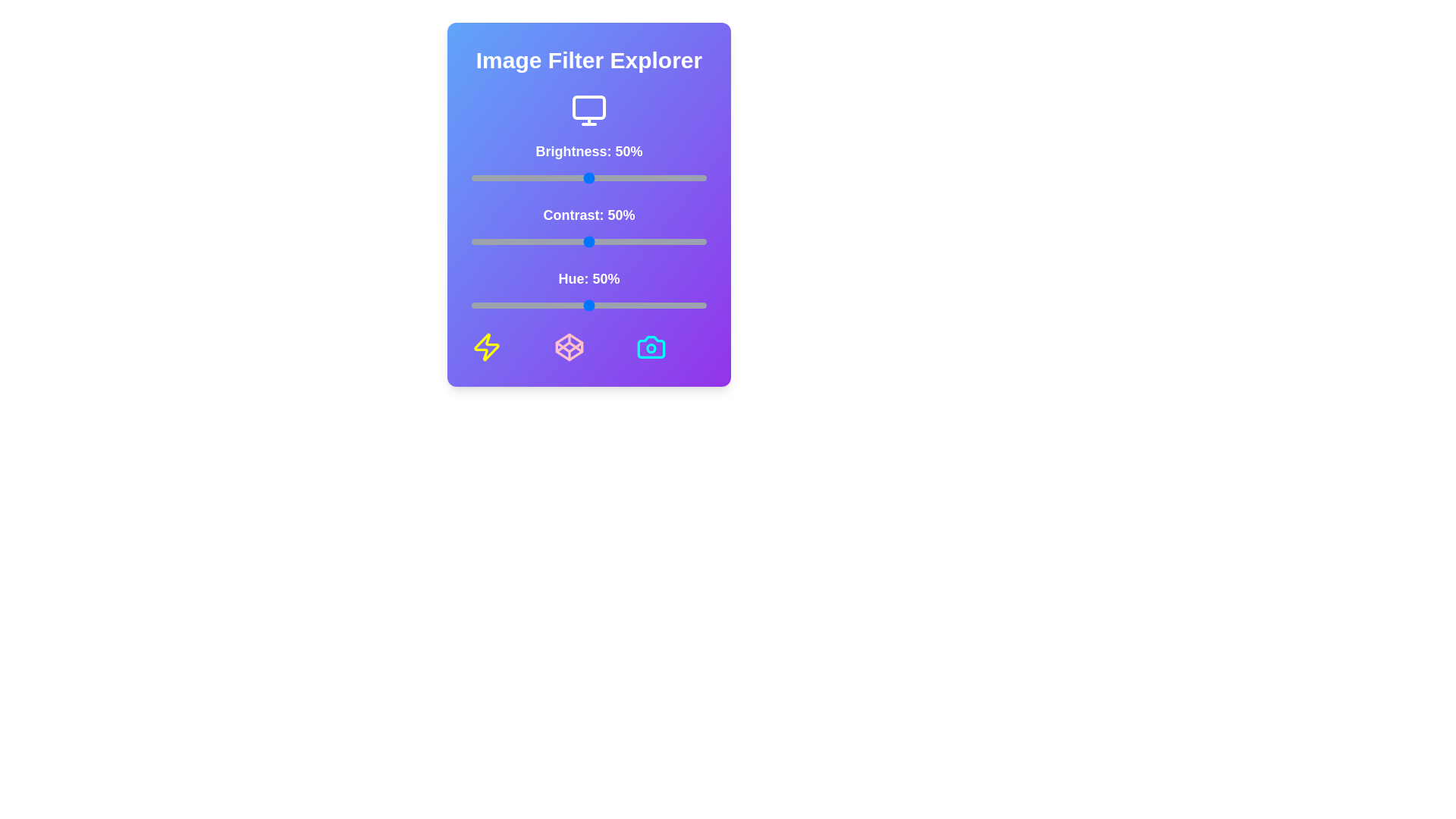 This screenshot has width=1456, height=819. Describe the element at coordinates (650, 305) in the screenshot. I see `the hue slider to 76%` at that location.